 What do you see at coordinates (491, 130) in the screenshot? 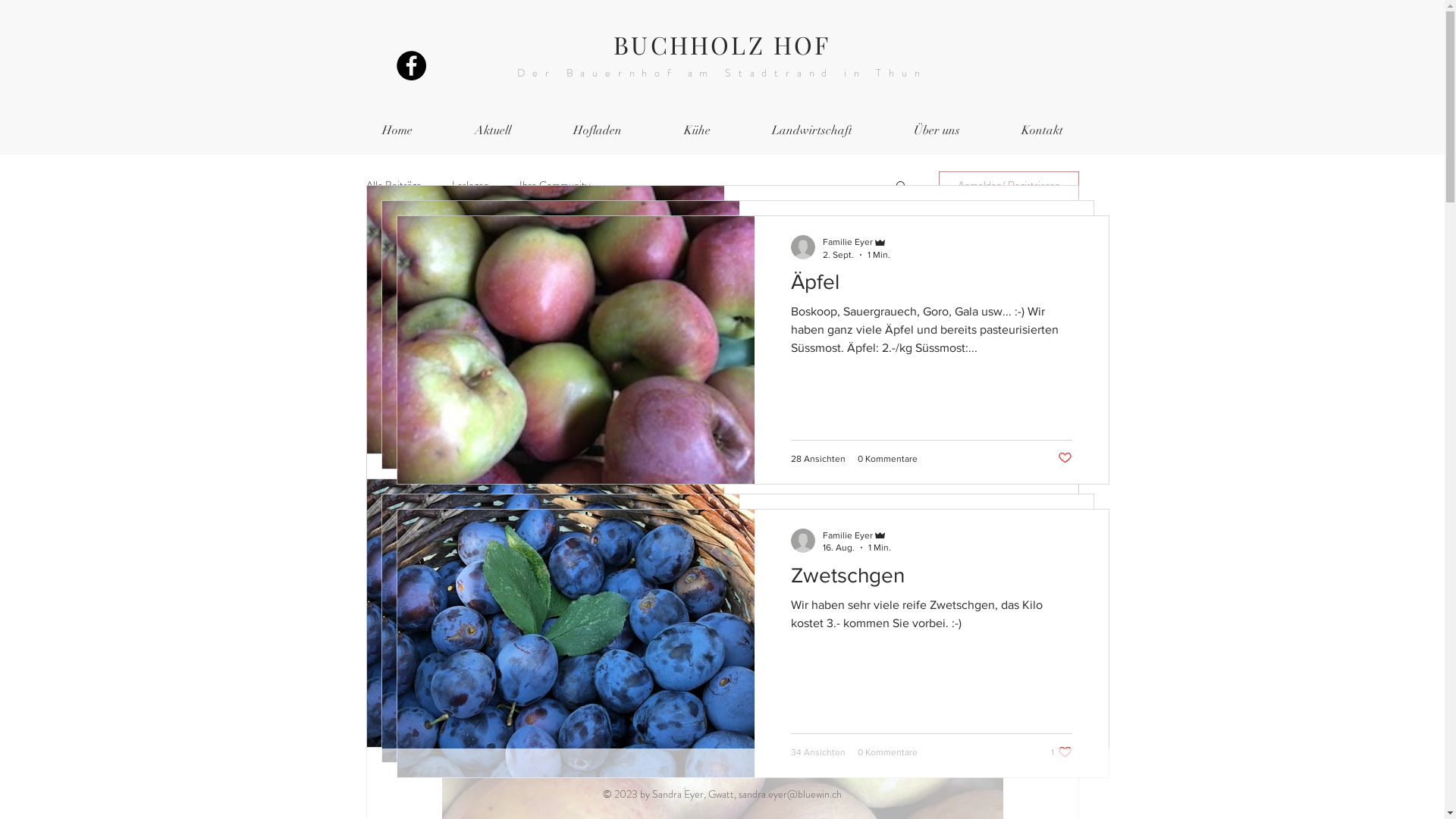
I see `'Aktuell'` at bounding box center [491, 130].